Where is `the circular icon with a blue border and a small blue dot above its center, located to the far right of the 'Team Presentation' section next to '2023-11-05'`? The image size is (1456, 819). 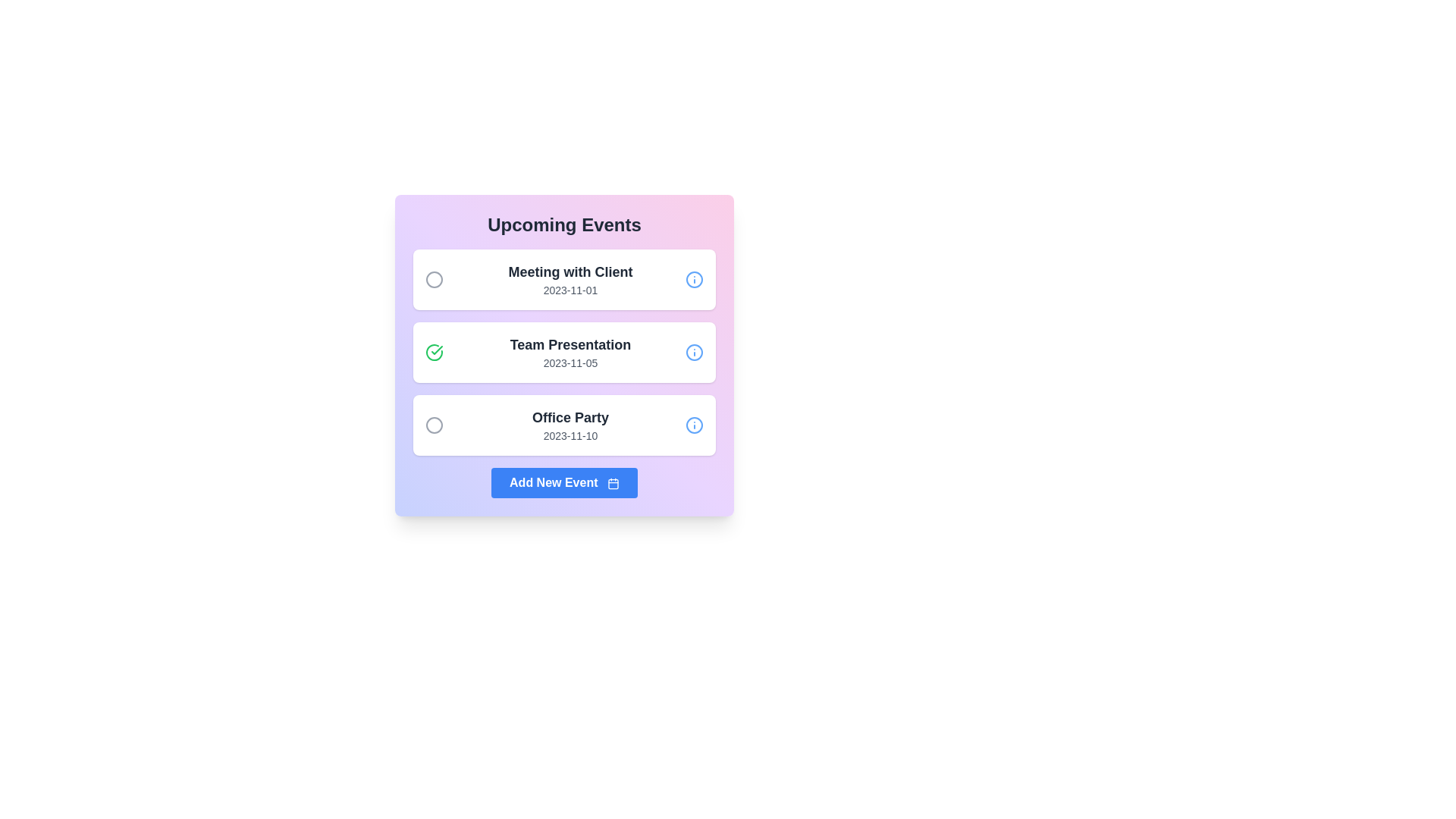 the circular icon with a blue border and a small blue dot above its center, located to the far right of the 'Team Presentation' section next to '2023-11-05' is located at coordinates (694, 353).